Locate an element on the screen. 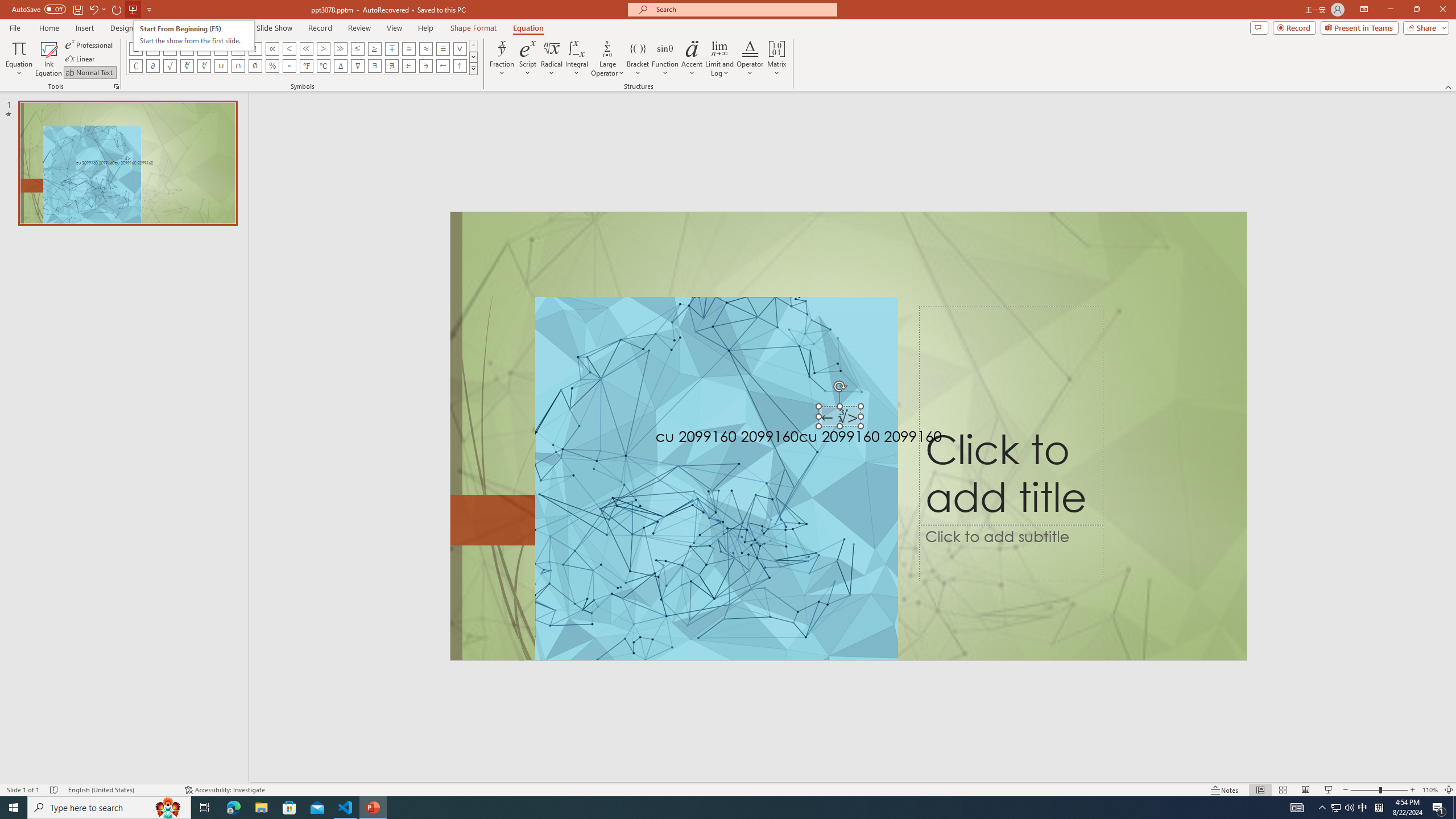 Image resolution: width=1456 pixels, height=819 pixels. 'Equation Symbol Percentage' is located at coordinates (271, 65).